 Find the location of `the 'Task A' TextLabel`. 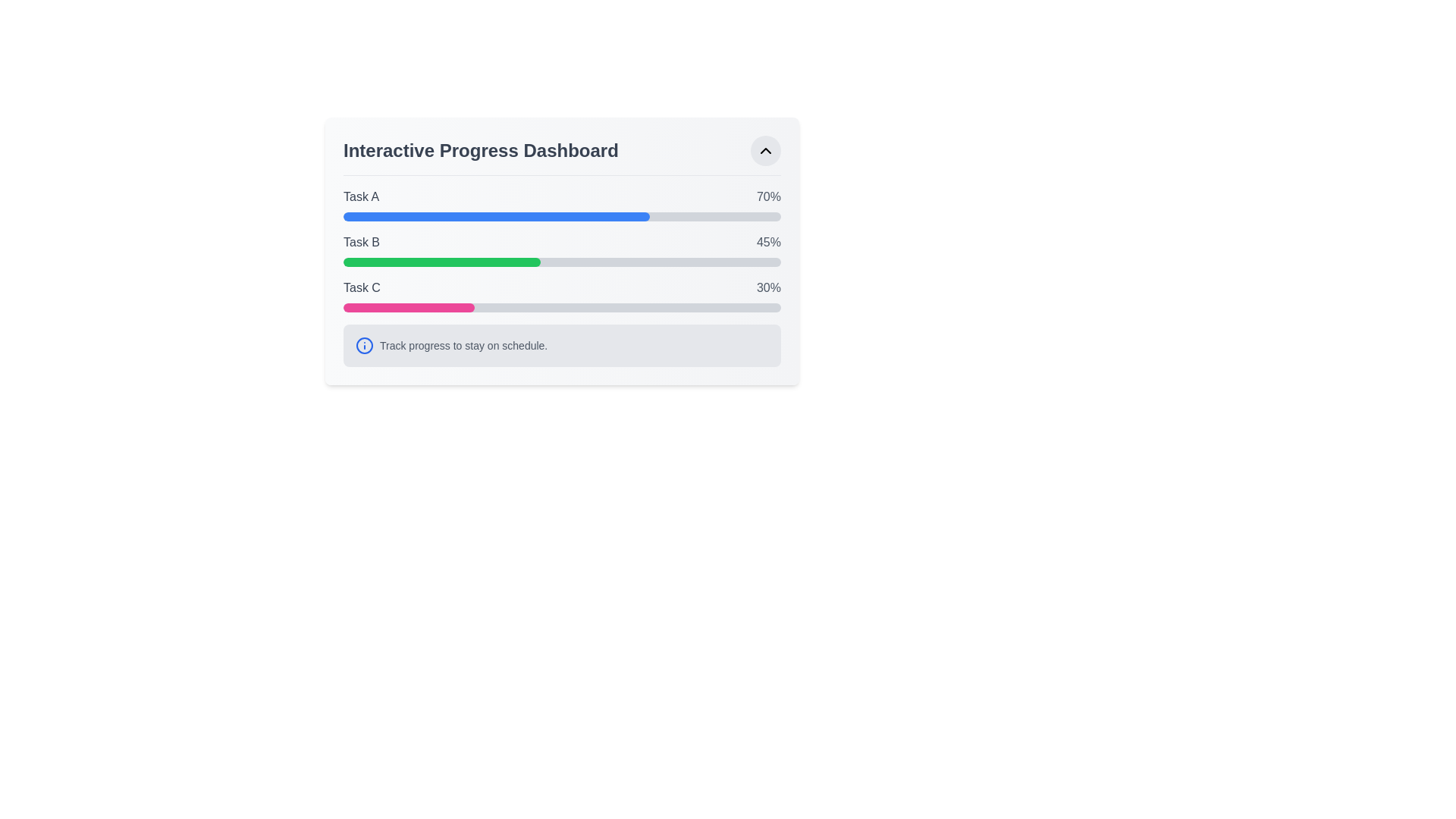

the 'Task A' TextLabel is located at coordinates (360, 196).